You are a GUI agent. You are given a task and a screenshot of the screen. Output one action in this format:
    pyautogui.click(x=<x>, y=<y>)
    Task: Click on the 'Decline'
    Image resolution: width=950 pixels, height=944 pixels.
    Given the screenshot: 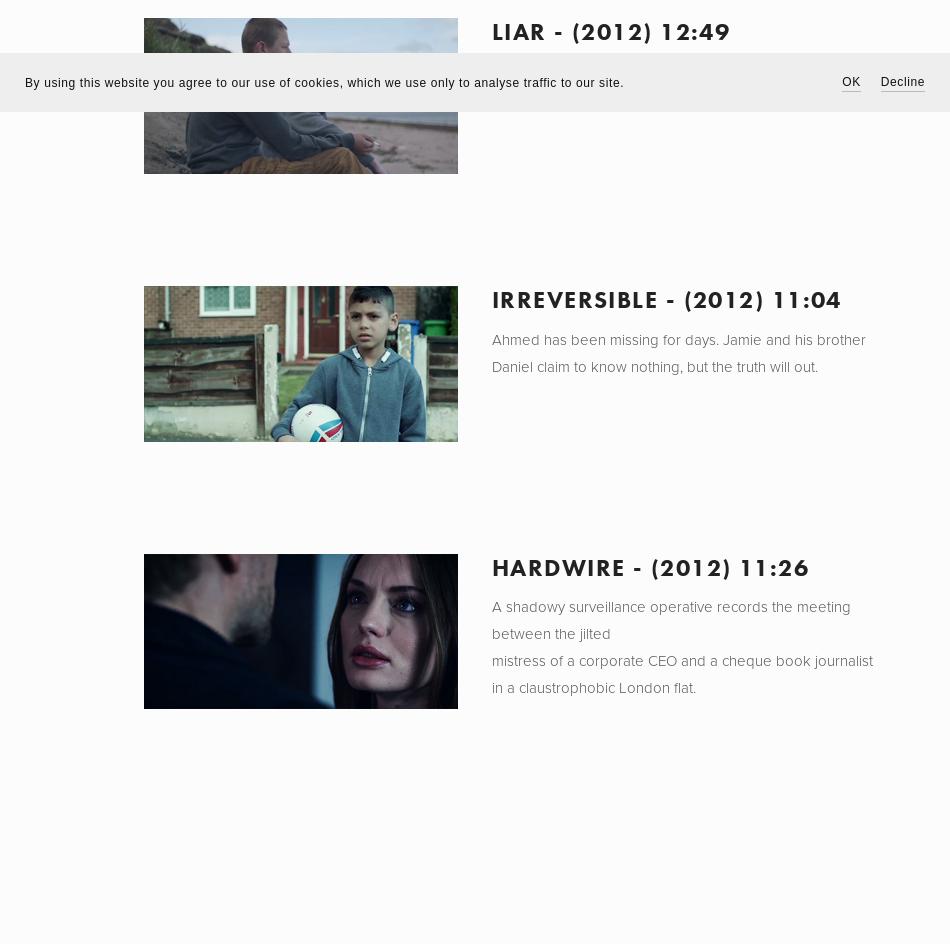 What is the action you would take?
    pyautogui.click(x=901, y=81)
    